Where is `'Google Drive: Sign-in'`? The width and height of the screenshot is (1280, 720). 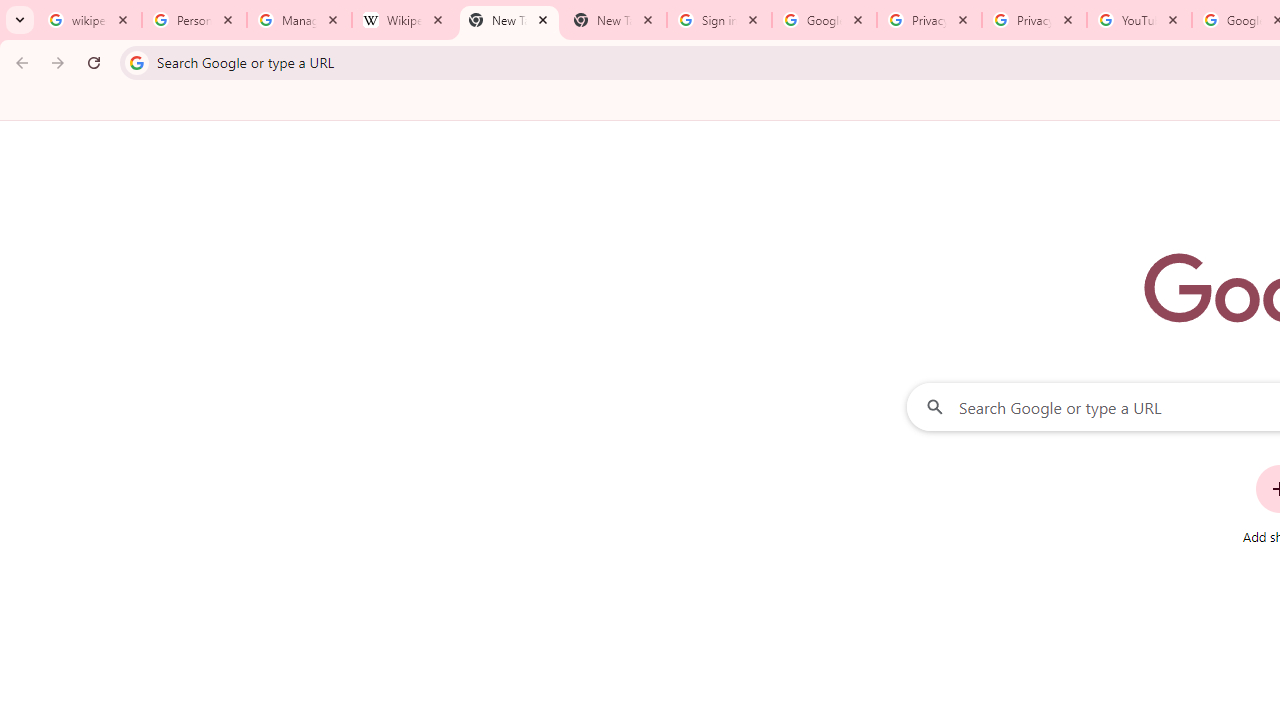
'Google Drive: Sign-in' is located at coordinates (824, 20).